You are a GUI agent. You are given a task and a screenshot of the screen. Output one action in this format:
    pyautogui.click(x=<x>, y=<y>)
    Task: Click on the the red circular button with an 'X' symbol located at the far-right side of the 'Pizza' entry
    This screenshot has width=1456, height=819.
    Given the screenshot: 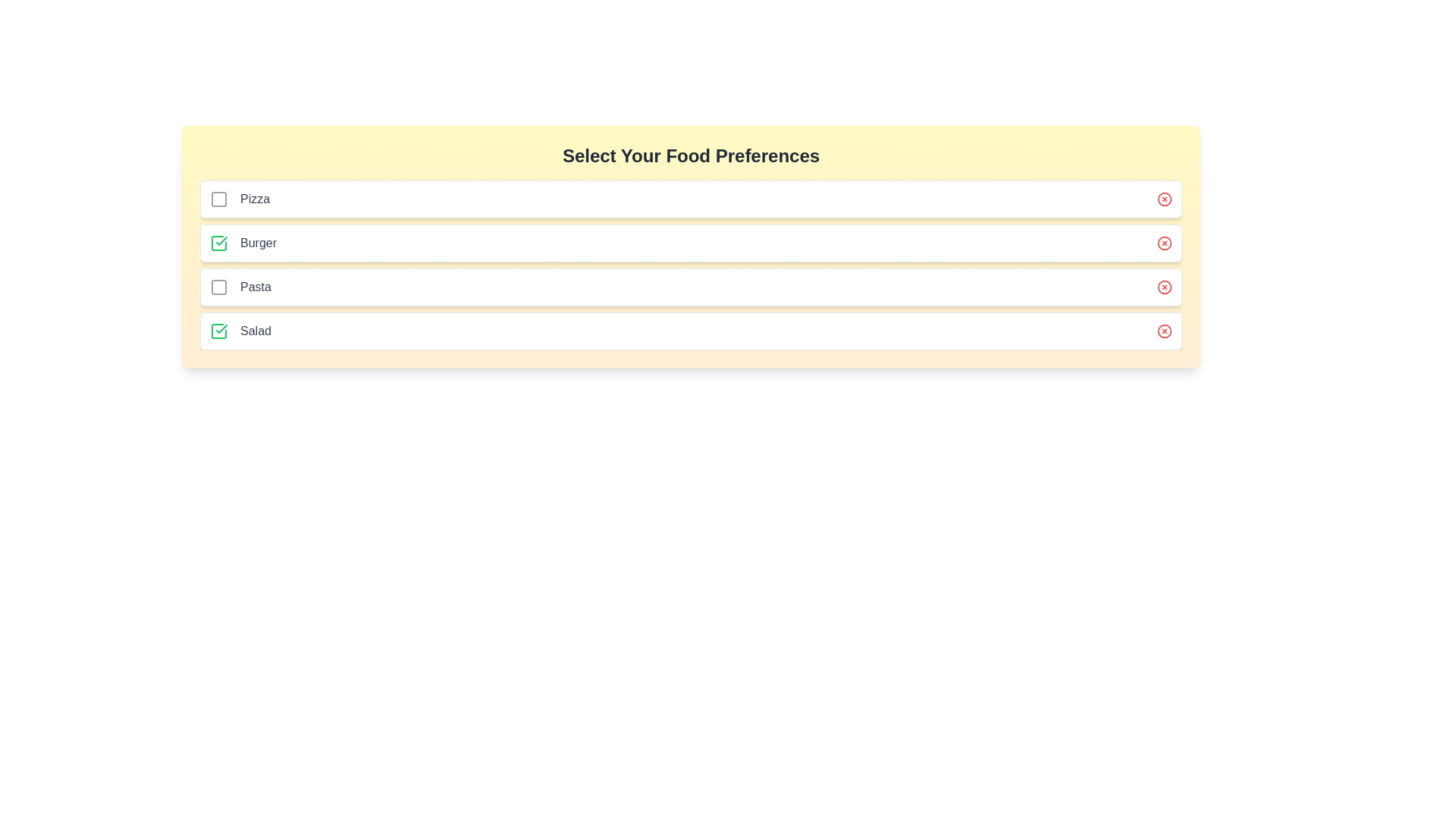 What is the action you would take?
    pyautogui.click(x=1164, y=198)
    